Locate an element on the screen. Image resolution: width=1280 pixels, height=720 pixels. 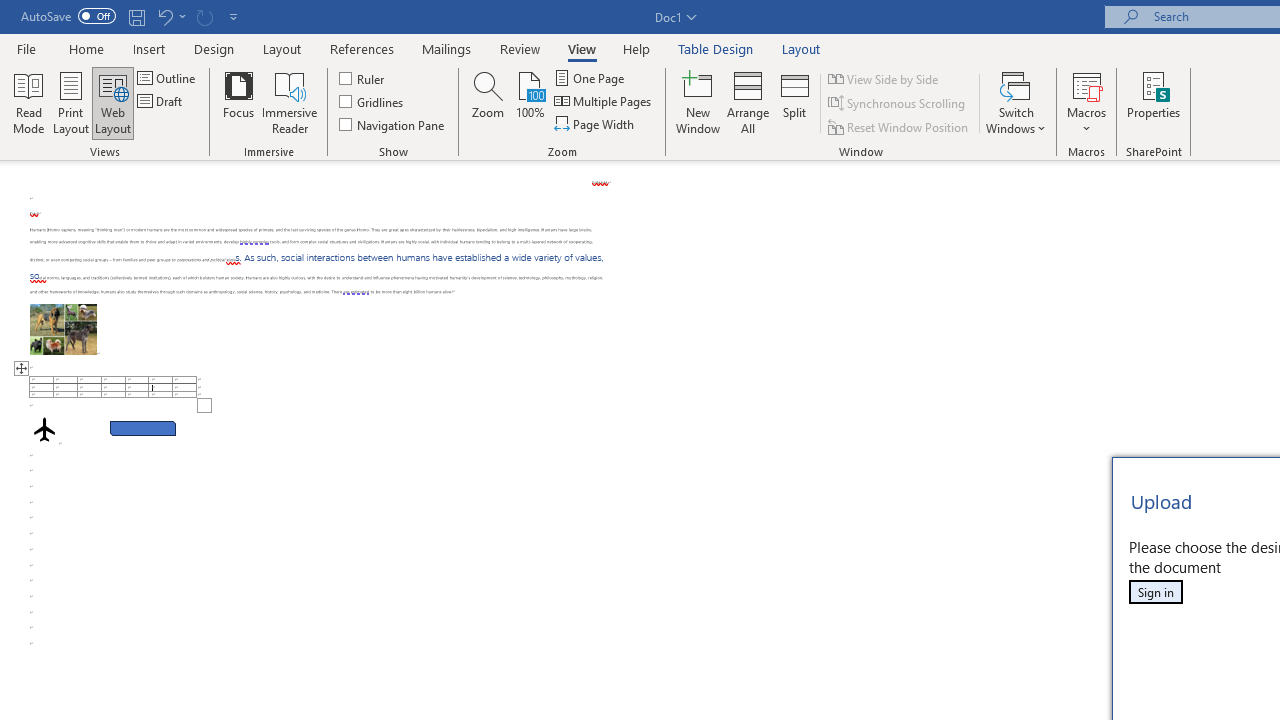
'View Macros' is located at coordinates (1085, 84).